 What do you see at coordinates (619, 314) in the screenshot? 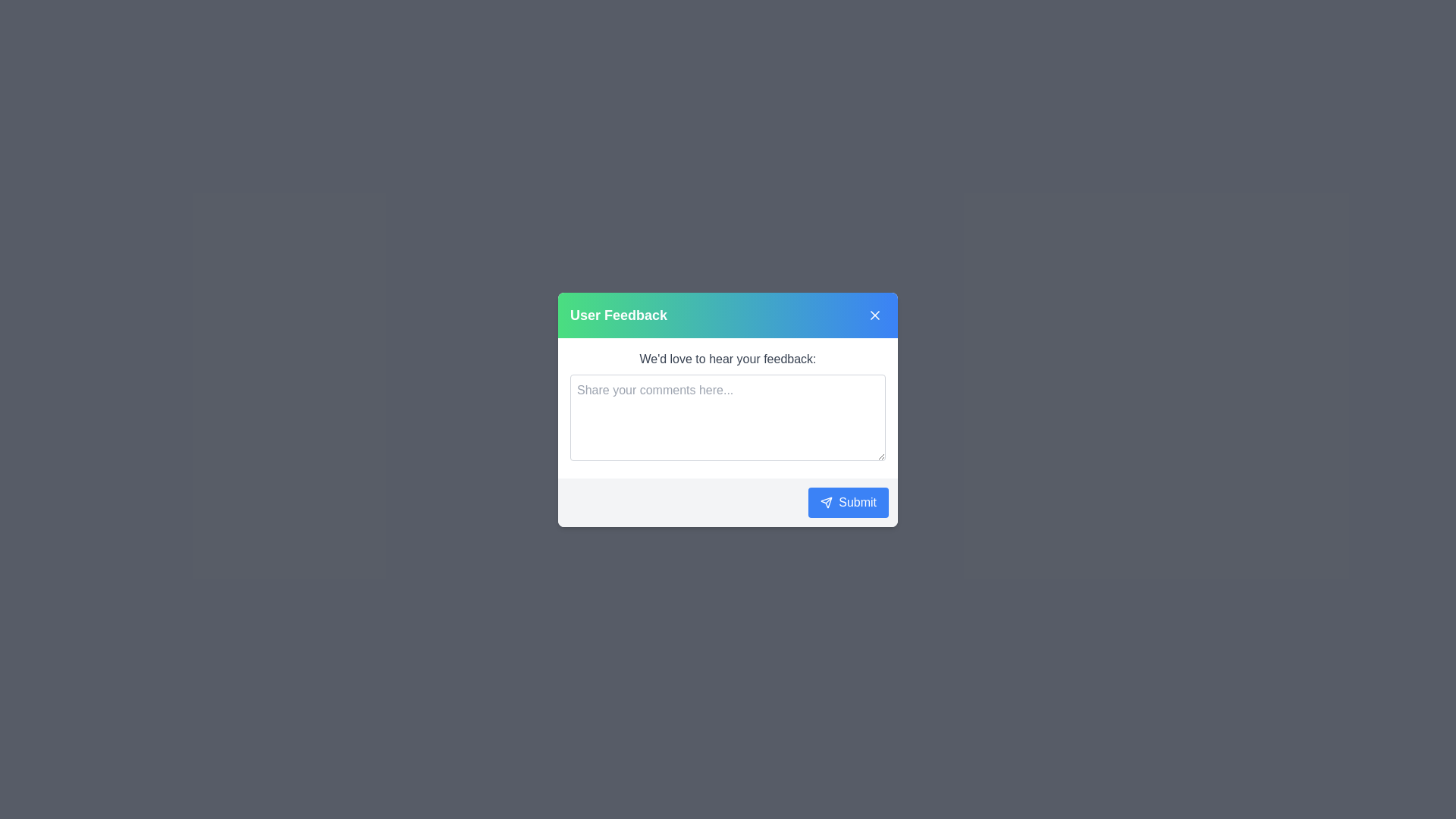
I see `the text label displaying 'User Feedback' located on the left side of the header in the modal dialog, which has a gradient background transitioning from green to blue` at bounding box center [619, 314].